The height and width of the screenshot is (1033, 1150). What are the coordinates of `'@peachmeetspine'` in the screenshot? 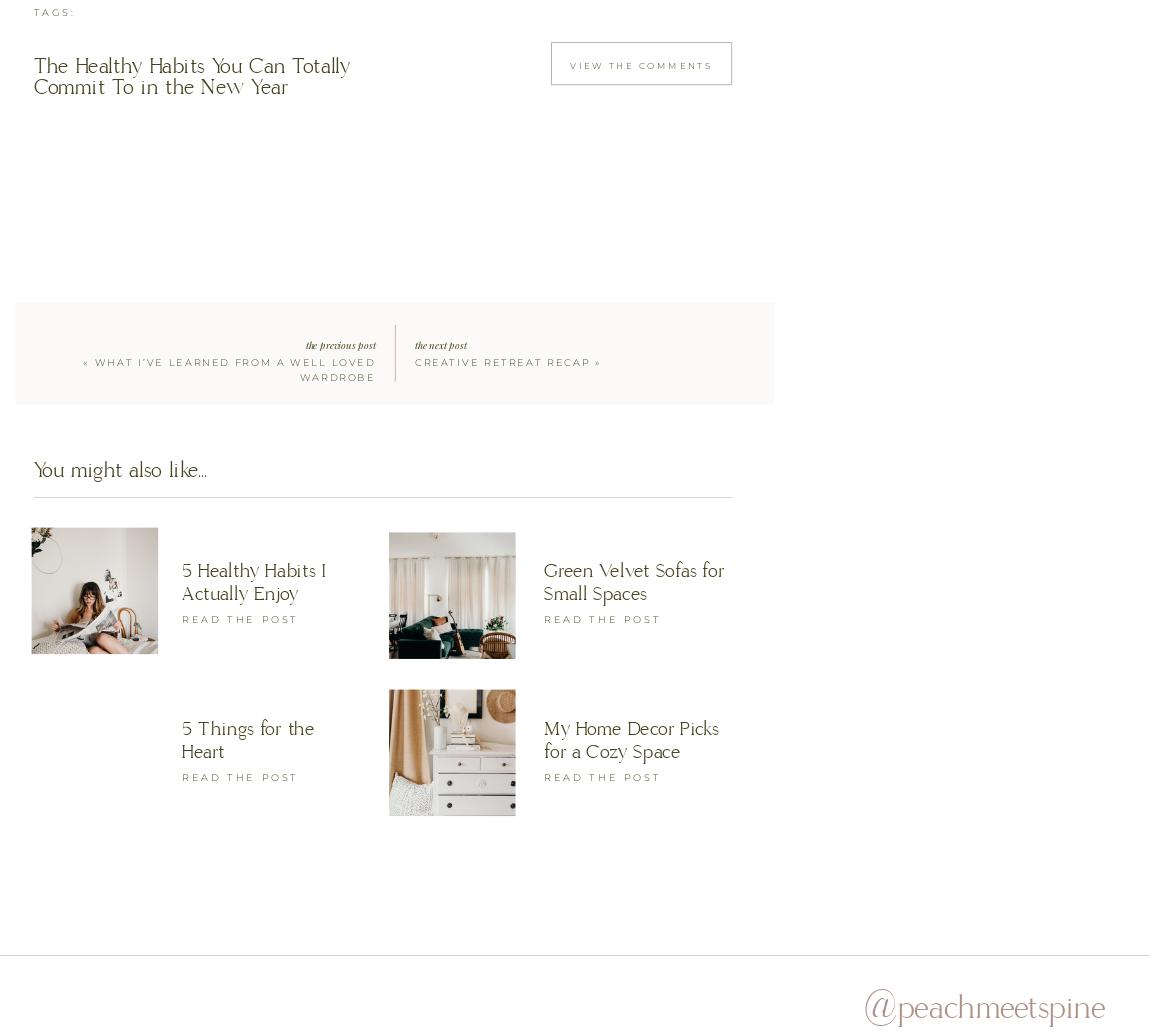 It's located at (984, 1007).